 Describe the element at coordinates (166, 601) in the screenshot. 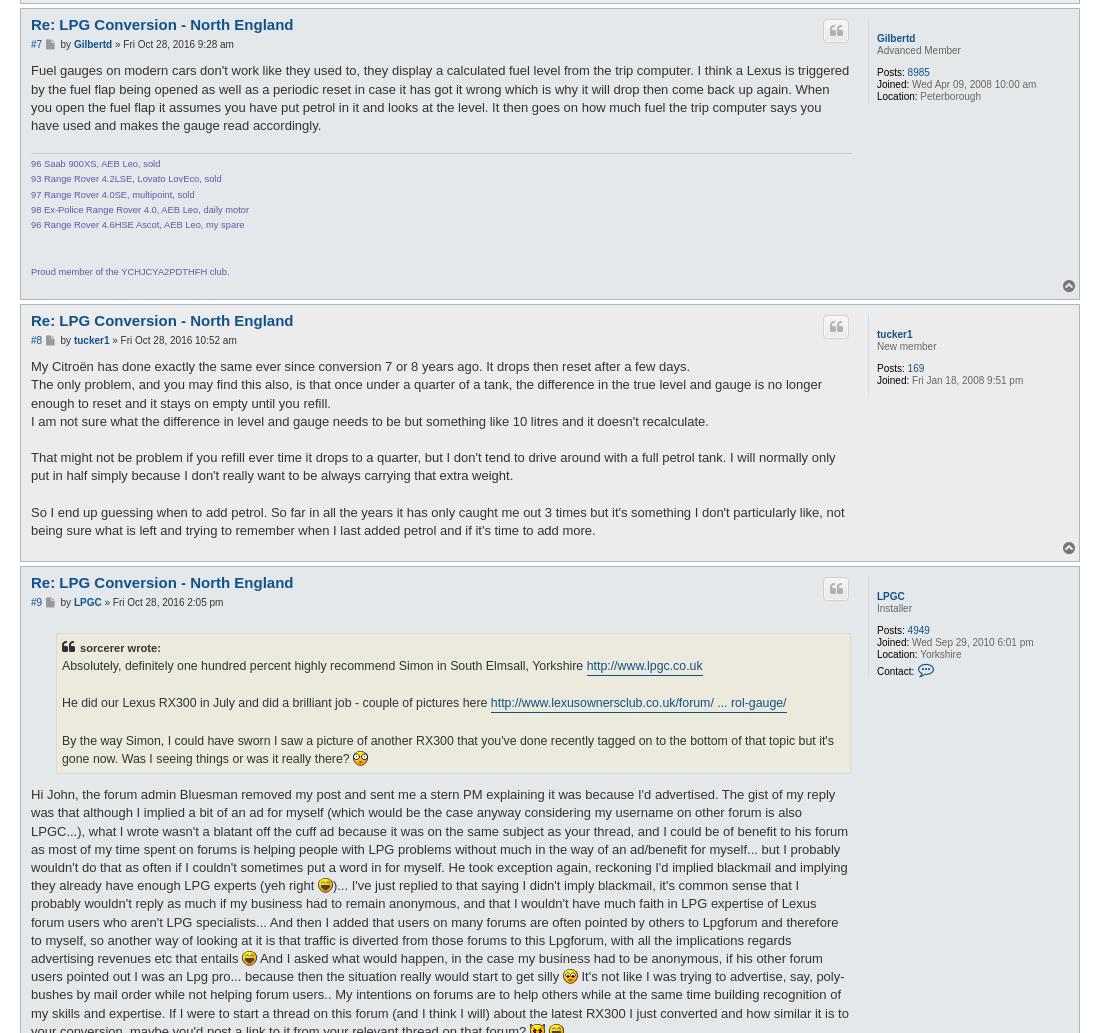

I see `'Fri Oct 28, 2016 2:05 pm'` at that location.